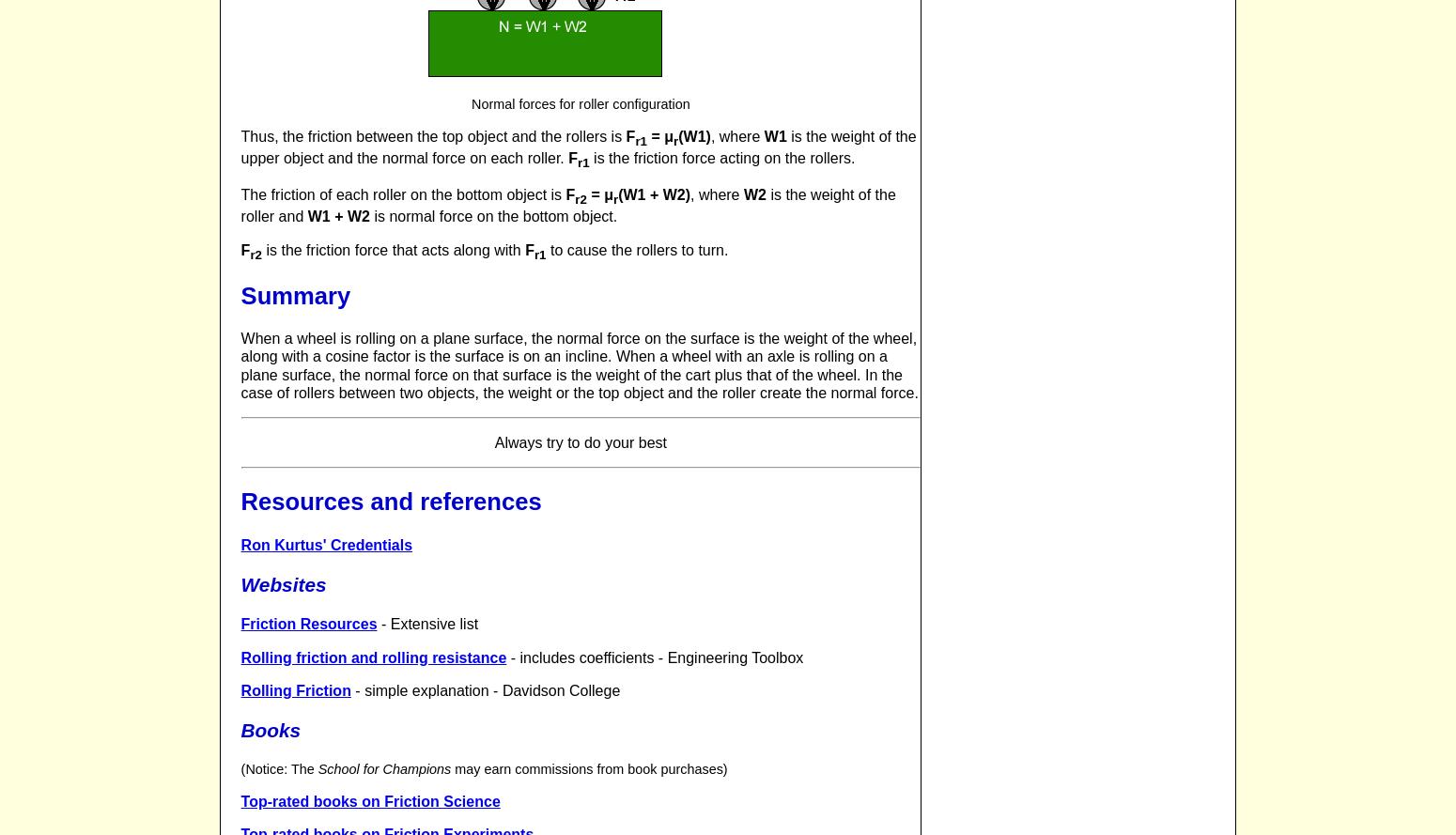 This screenshot has width=1456, height=835. What do you see at coordinates (384, 767) in the screenshot?
I see `'School for Champions'` at bounding box center [384, 767].